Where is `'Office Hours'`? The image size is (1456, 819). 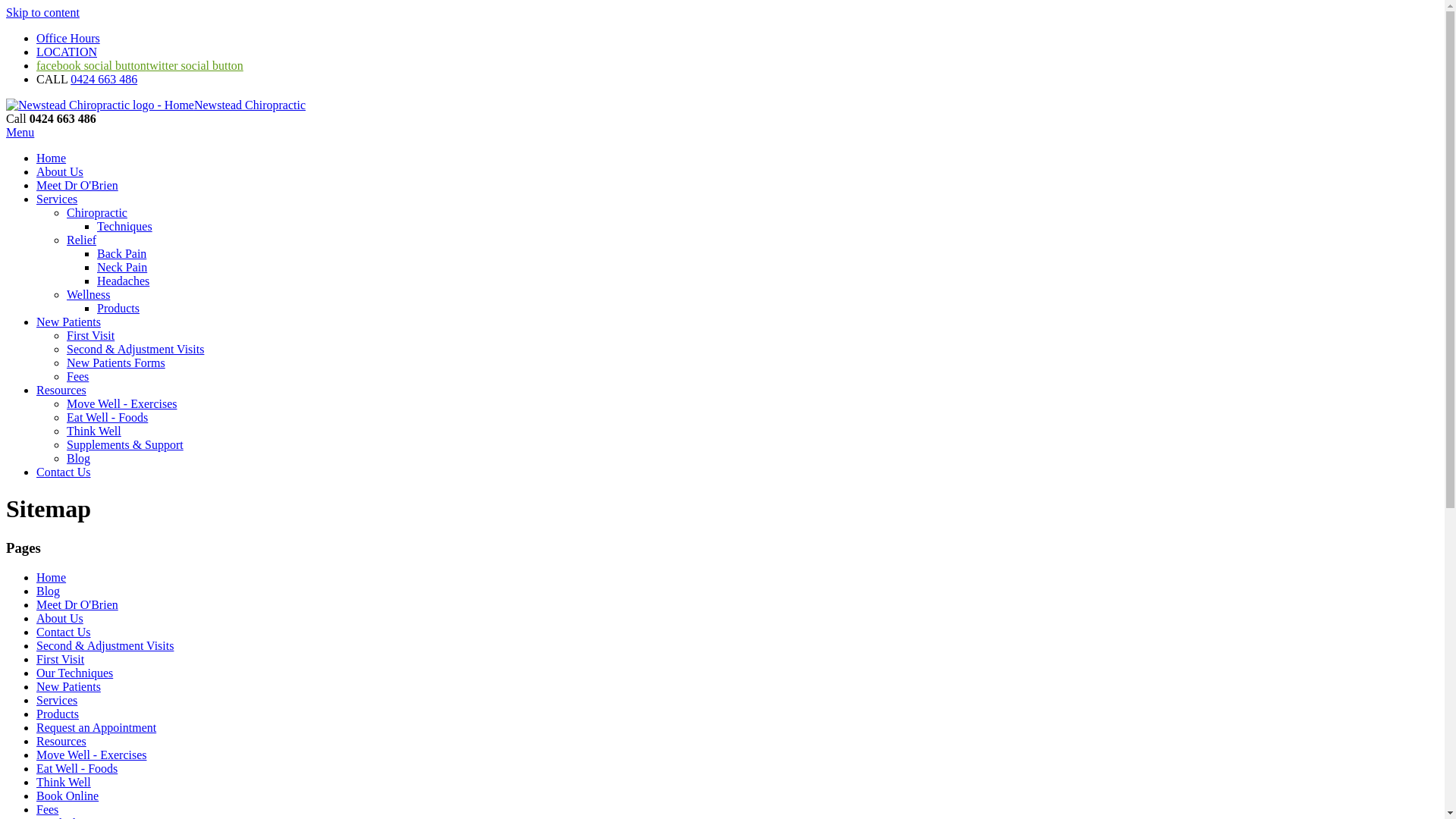 'Office Hours' is located at coordinates (67, 37).